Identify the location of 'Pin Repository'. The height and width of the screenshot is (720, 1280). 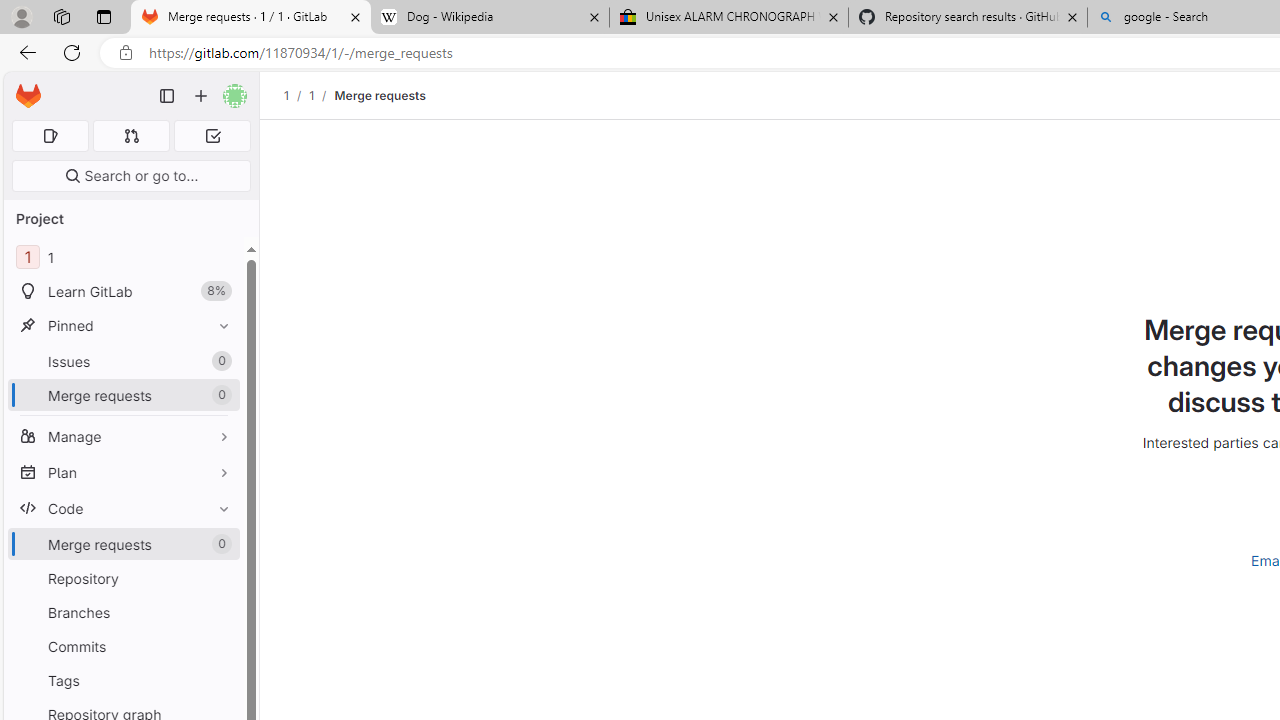
(219, 578).